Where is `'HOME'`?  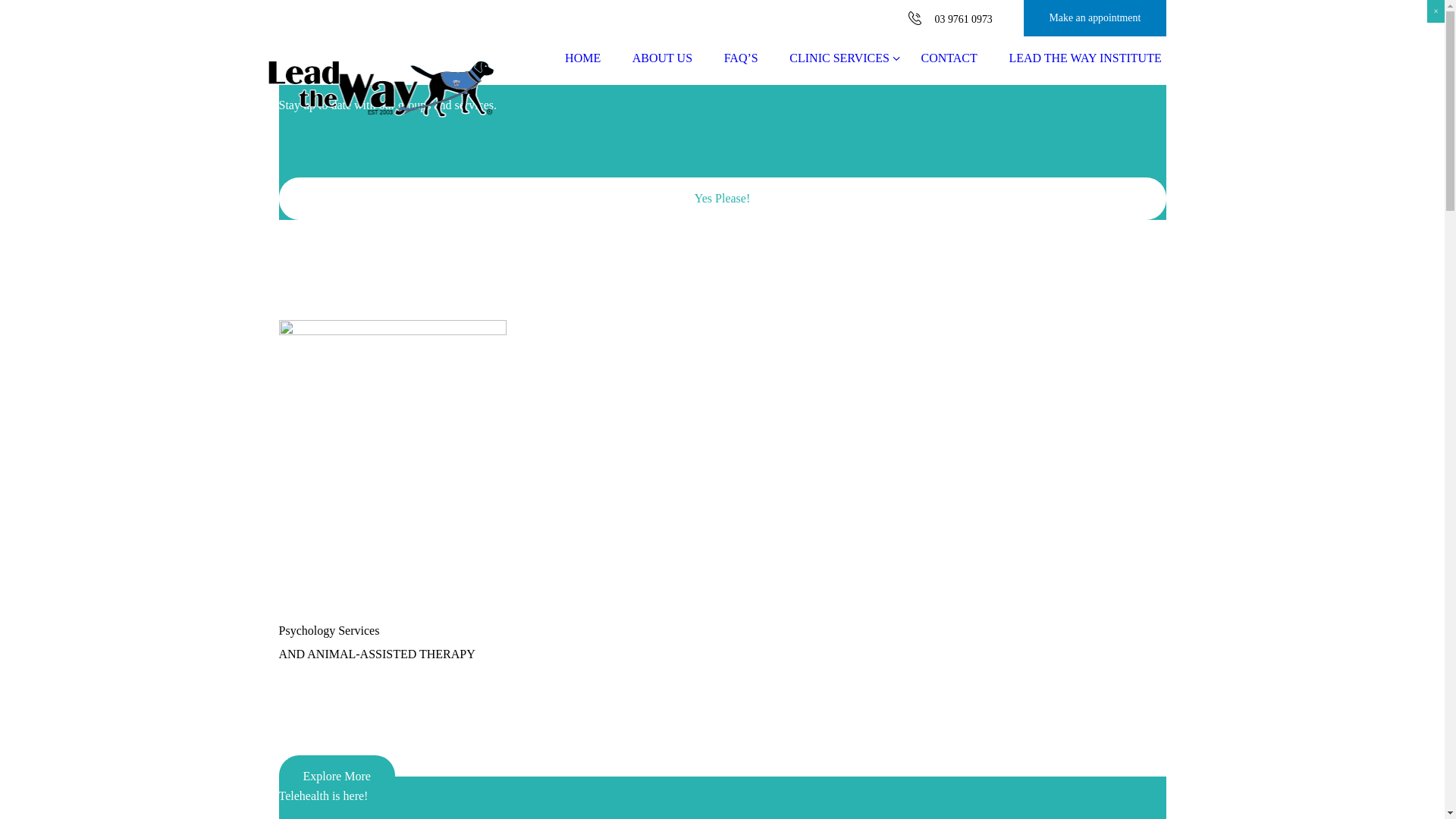
'HOME' is located at coordinates (582, 58).